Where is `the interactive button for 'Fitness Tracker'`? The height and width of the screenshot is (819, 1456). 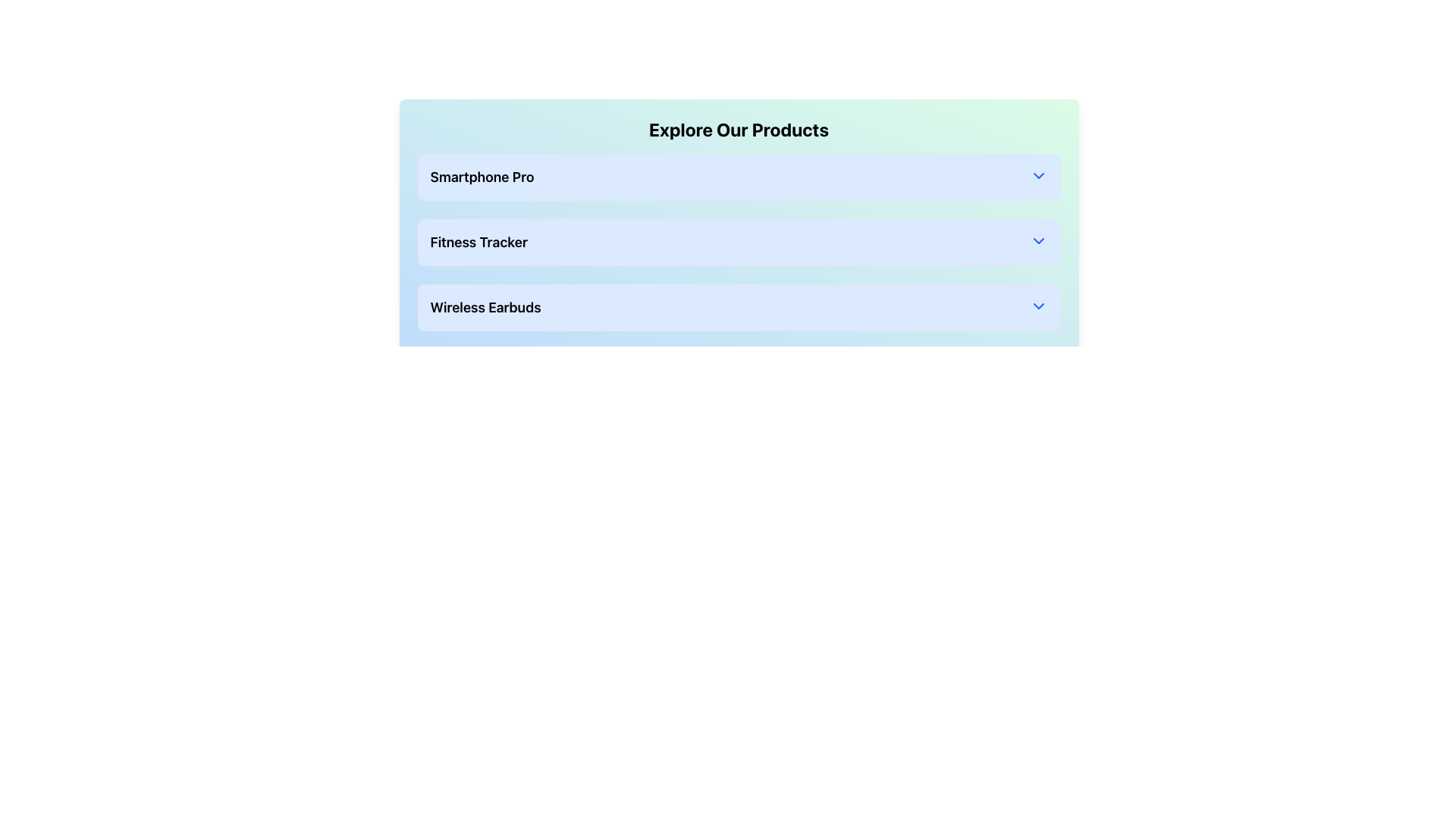
the interactive button for 'Fitness Tracker' is located at coordinates (739, 242).